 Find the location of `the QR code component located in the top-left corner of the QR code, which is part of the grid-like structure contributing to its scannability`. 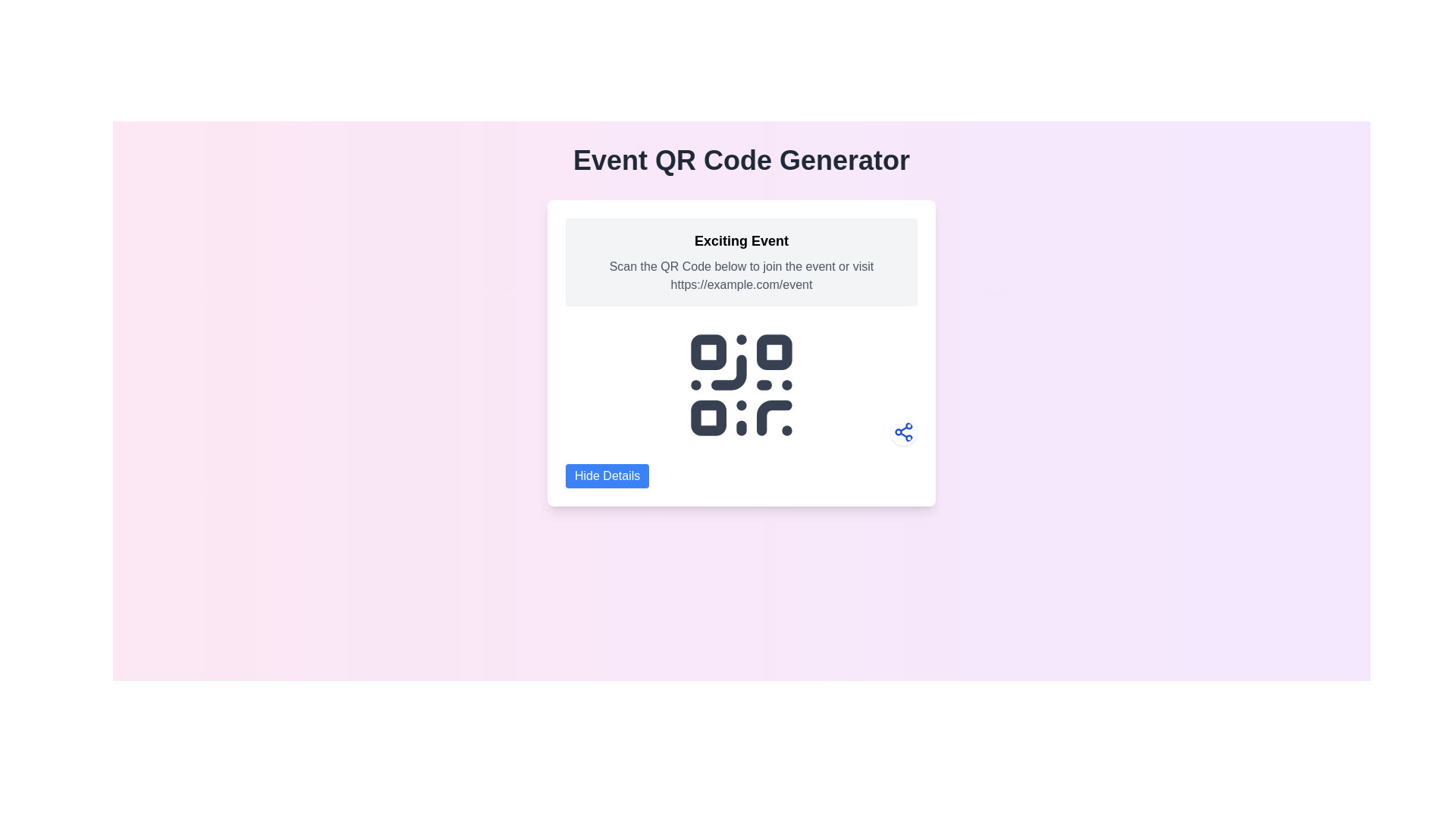

the QR code component located in the top-left corner of the QR code, which is part of the grid-like structure contributing to its scannability is located at coordinates (708, 352).